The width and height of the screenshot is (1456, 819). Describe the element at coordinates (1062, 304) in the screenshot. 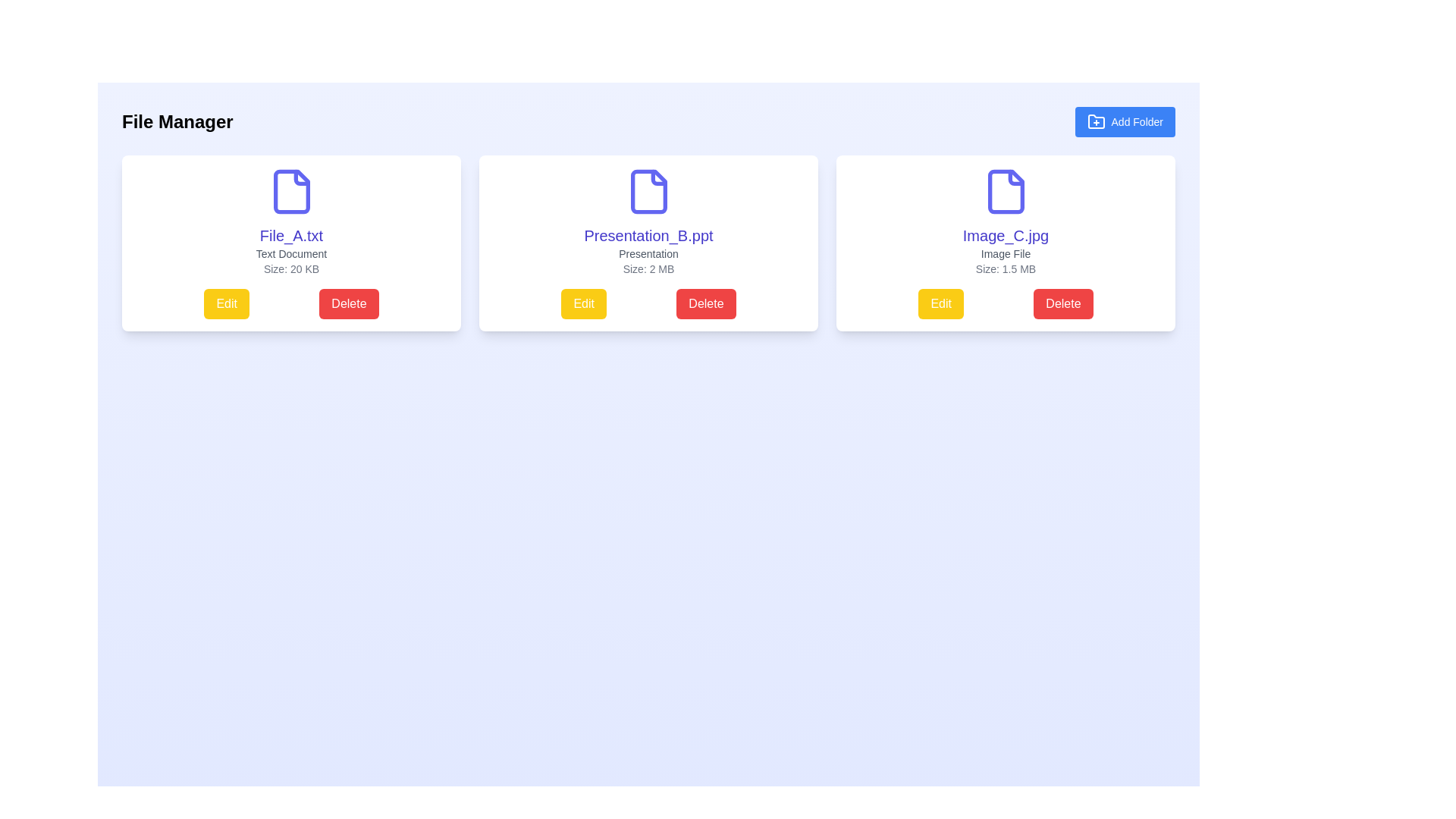

I see `the red 'Delete' button located at the bottom right corner of the 'Image_C.jpg' card to trigger the hover styling` at that location.